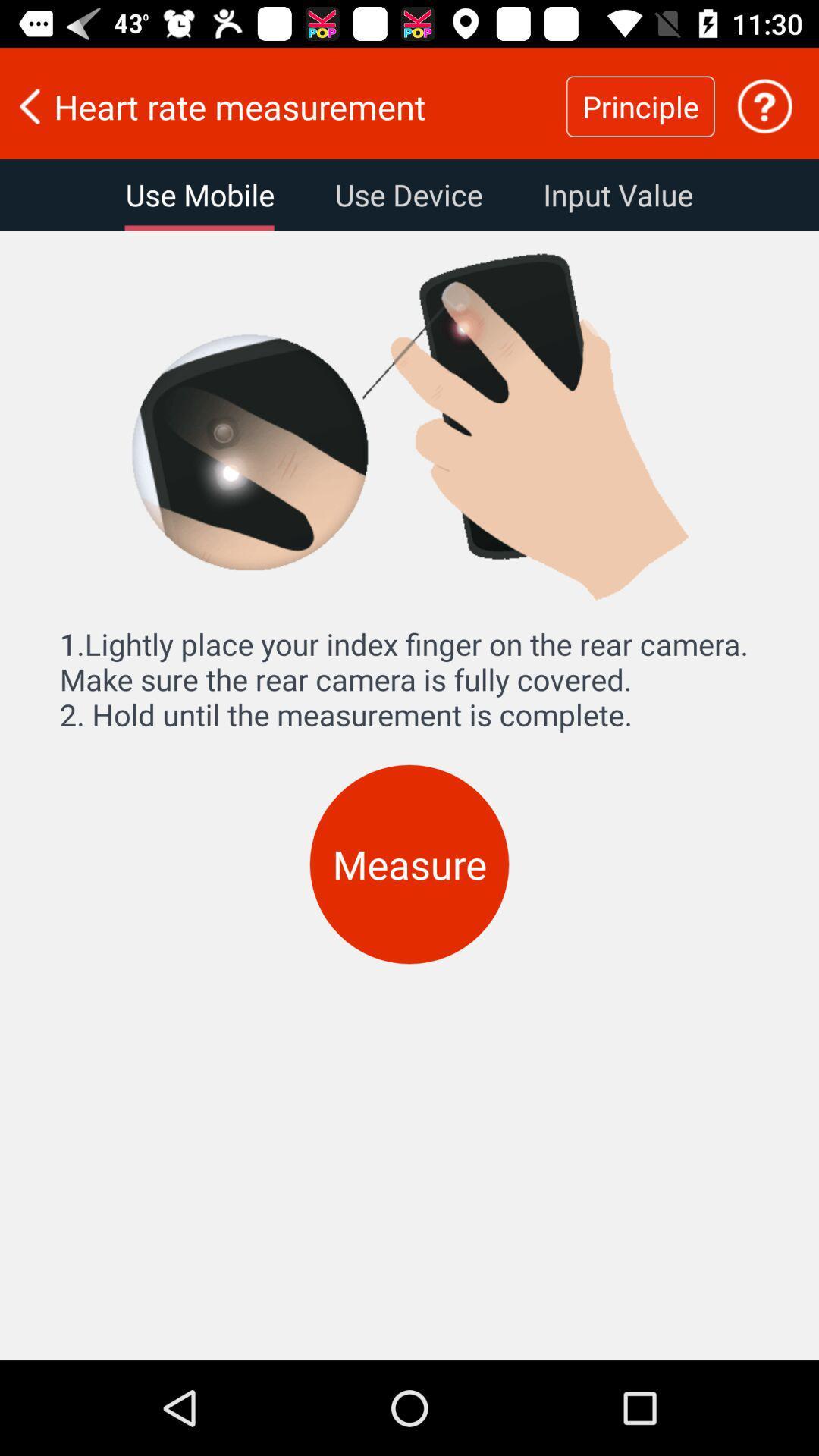 The height and width of the screenshot is (1456, 819). Describe the element at coordinates (409, 864) in the screenshot. I see `the measure icon` at that location.